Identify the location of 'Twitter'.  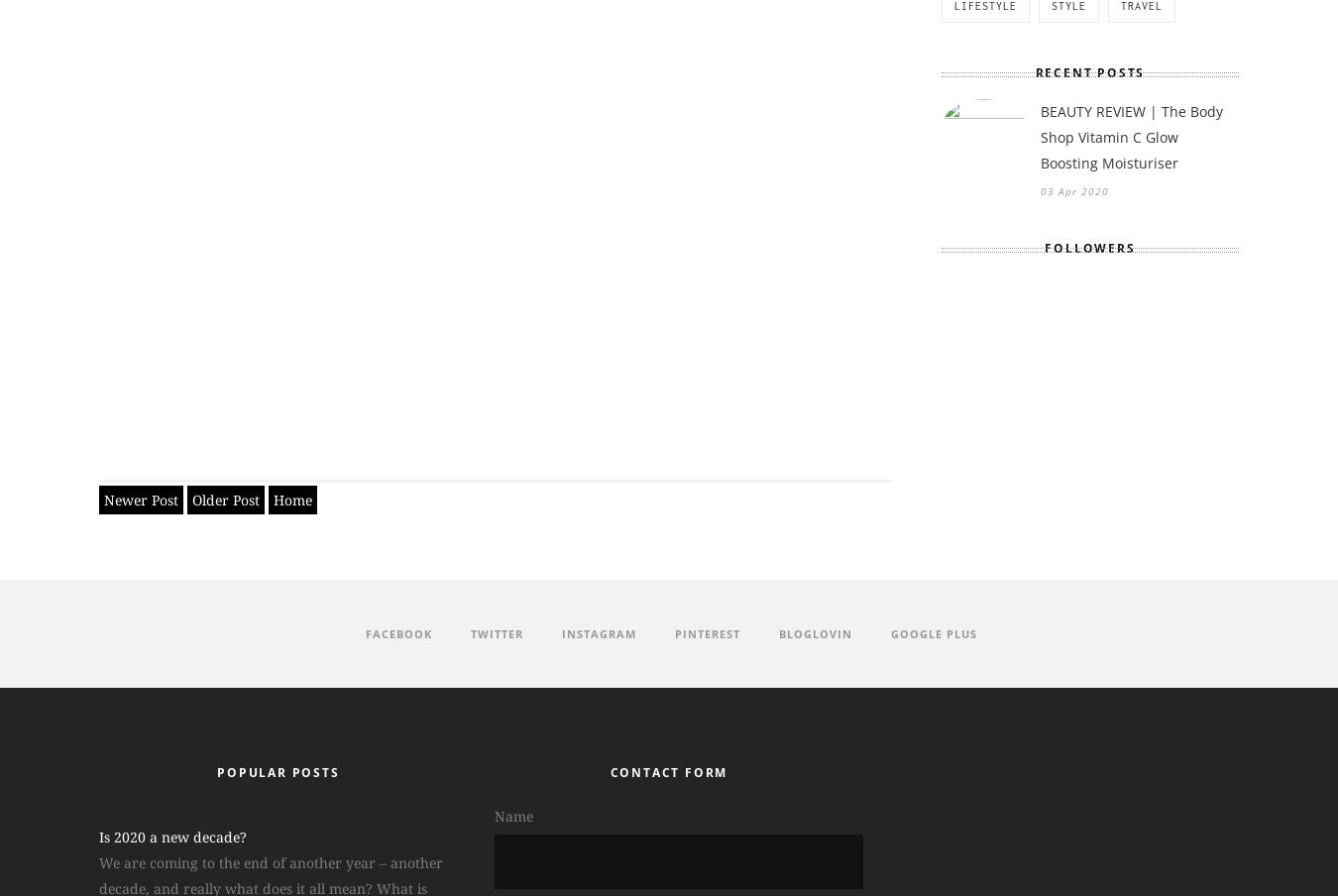
(496, 632).